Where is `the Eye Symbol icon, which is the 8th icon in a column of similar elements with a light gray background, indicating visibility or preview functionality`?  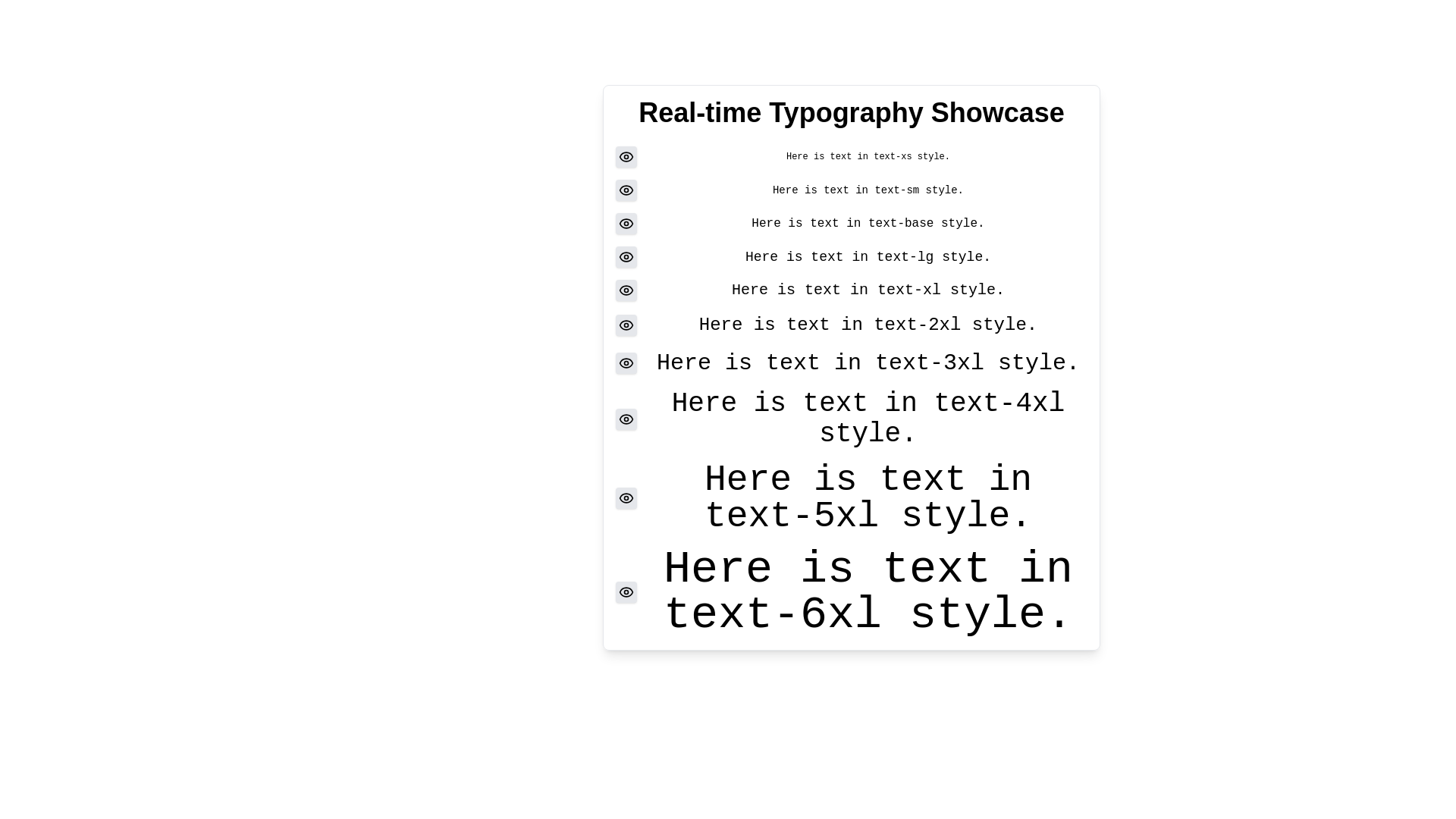
the Eye Symbol icon, which is the 8th icon in a column of similar elements with a light gray background, indicating visibility or preview functionality is located at coordinates (626, 419).